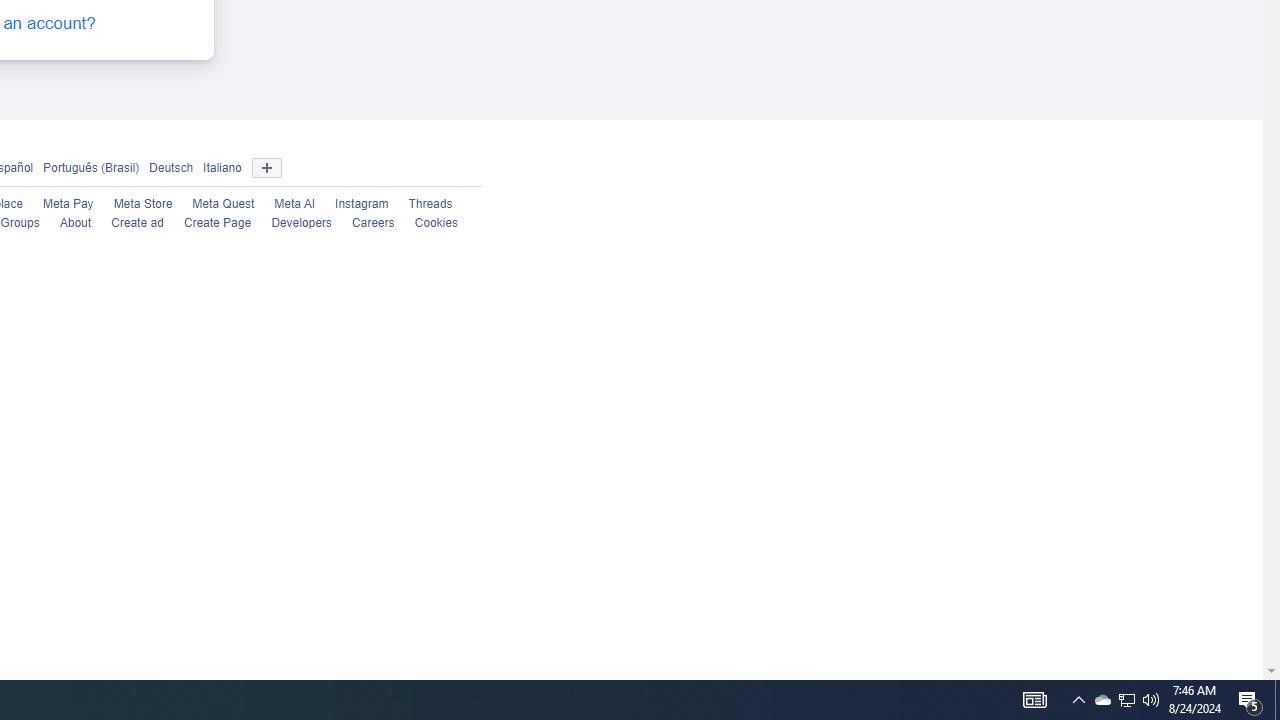  Describe the element at coordinates (362, 204) in the screenshot. I see `'Instagram'` at that location.